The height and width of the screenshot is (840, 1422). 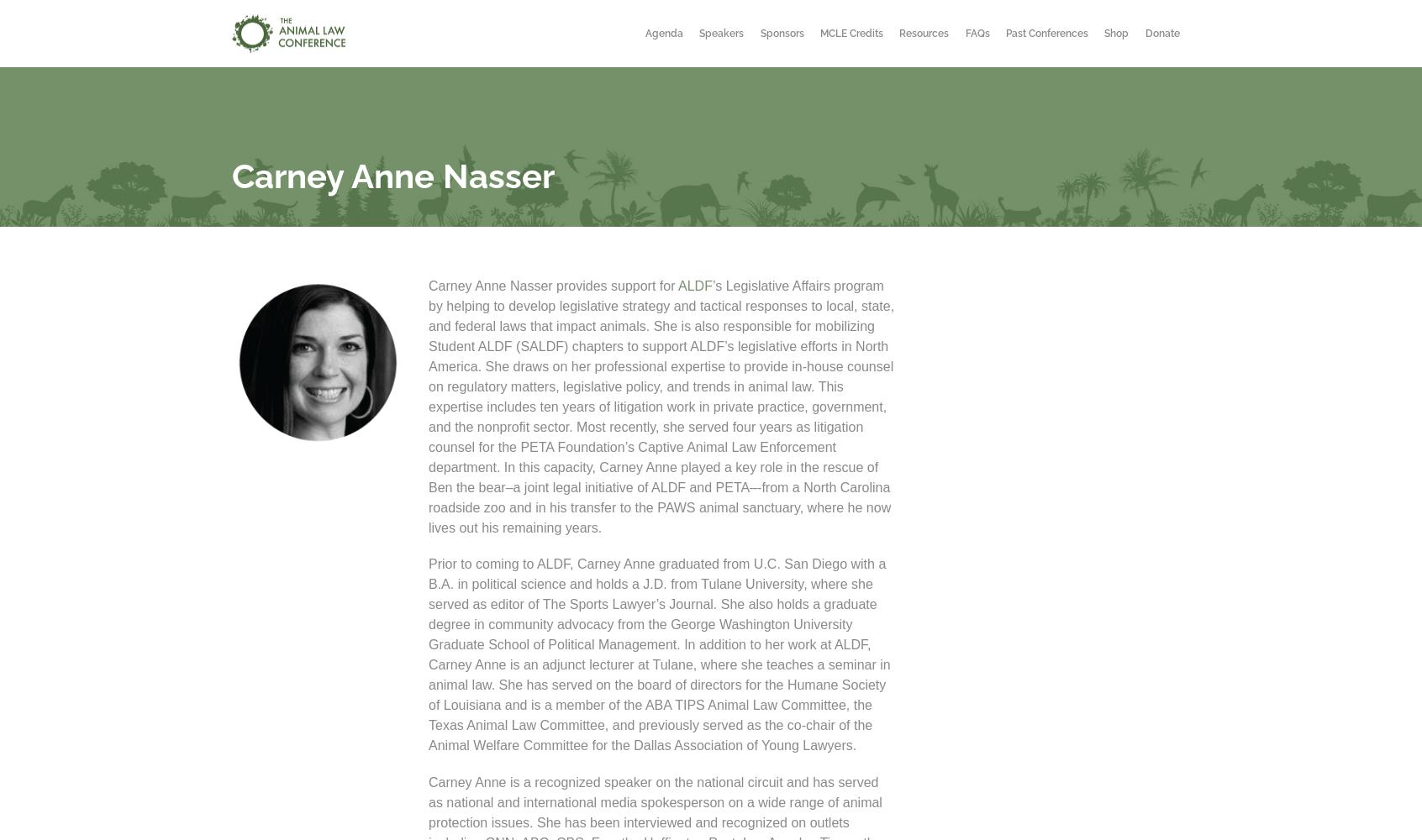 What do you see at coordinates (553, 285) in the screenshot?
I see `'Carney Anne Nasser provides support for'` at bounding box center [553, 285].